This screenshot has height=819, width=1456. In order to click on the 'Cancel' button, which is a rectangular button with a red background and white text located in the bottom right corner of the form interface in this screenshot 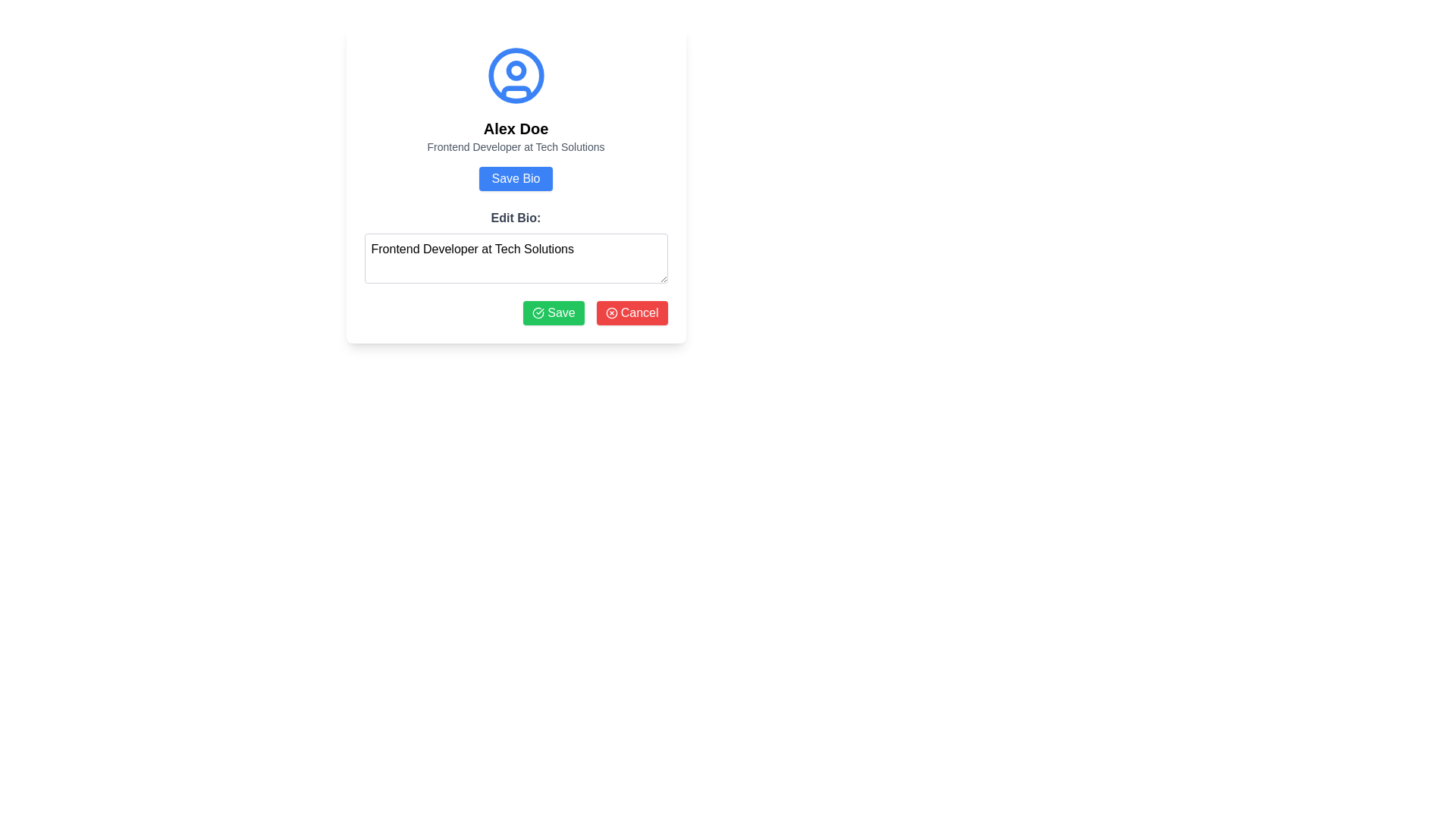, I will do `click(632, 312)`.